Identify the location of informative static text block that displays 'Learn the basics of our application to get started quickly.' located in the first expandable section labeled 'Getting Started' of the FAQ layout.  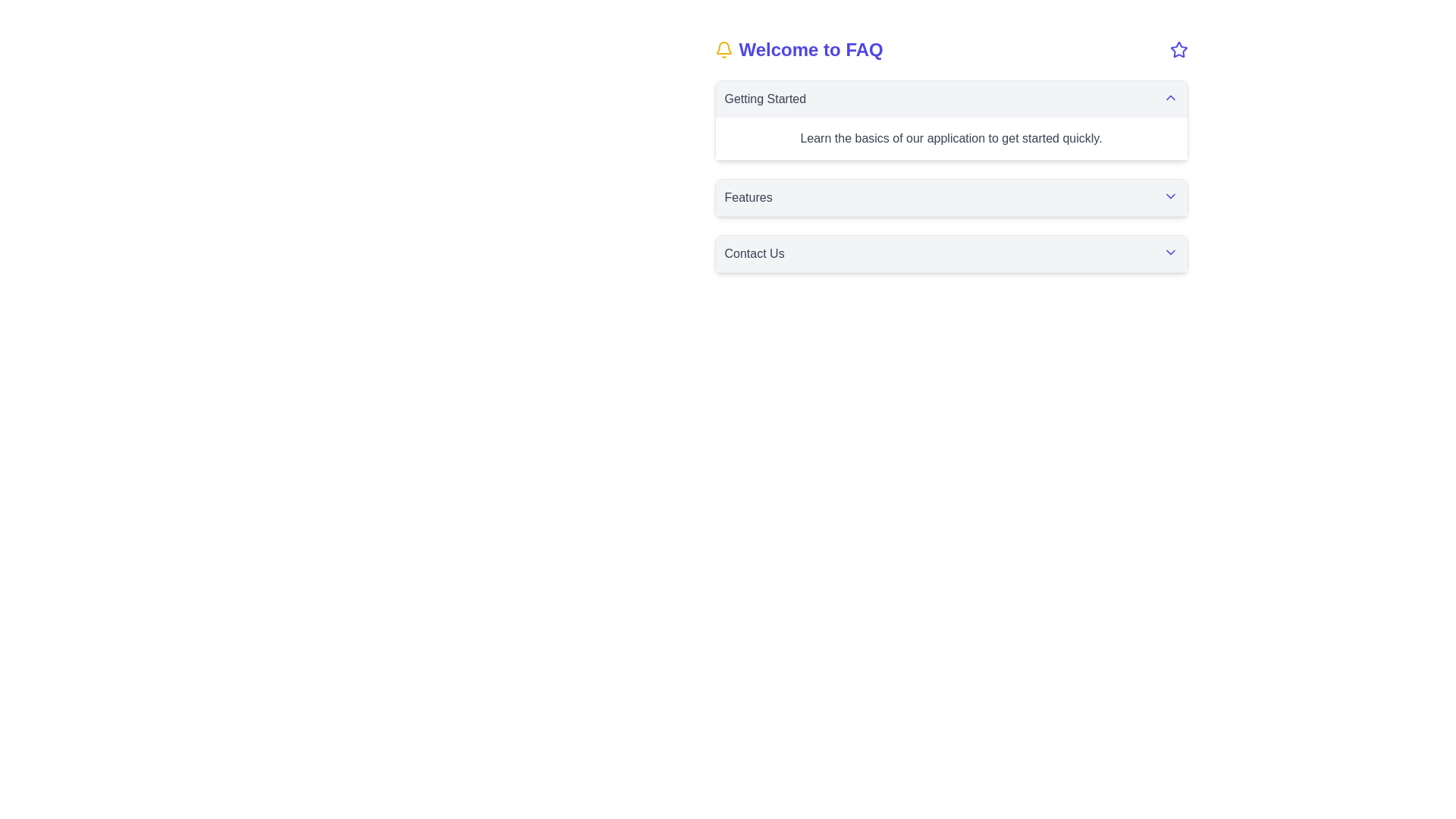
(950, 138).